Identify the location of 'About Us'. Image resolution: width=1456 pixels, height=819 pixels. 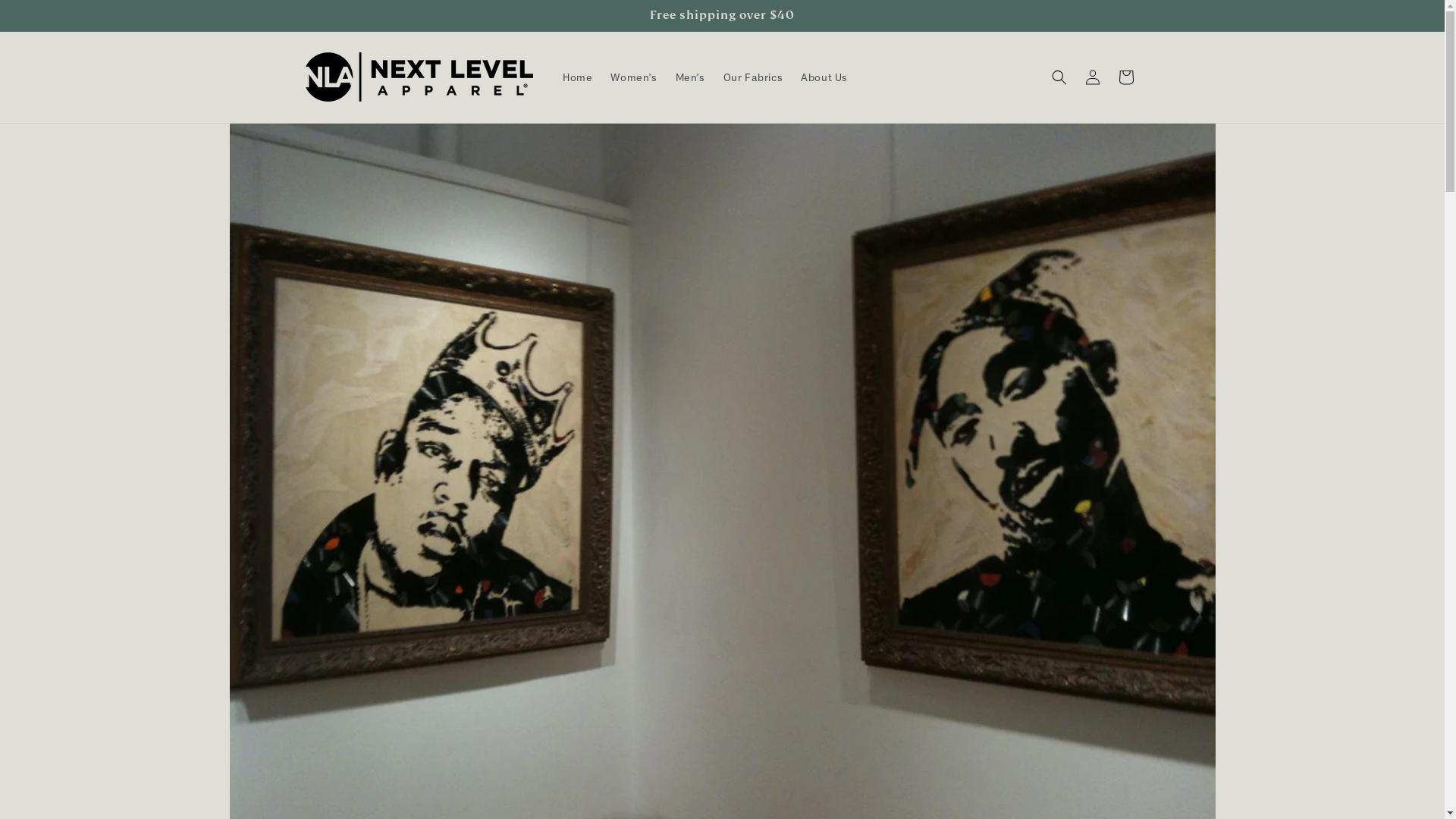
(823, 77).